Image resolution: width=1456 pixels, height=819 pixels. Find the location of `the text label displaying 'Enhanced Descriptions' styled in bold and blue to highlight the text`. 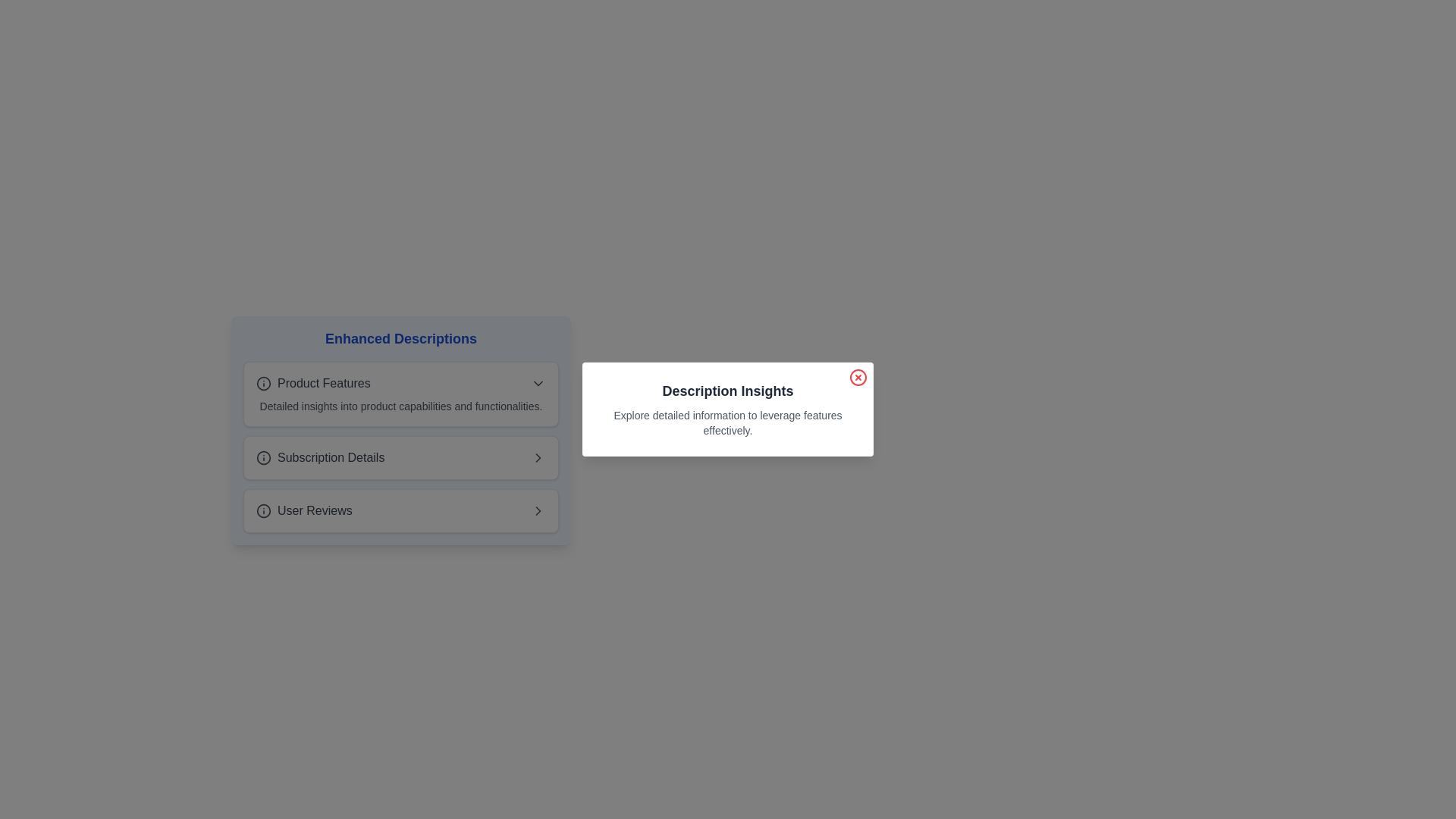

the text label displaying 'Enhanced Descriptions' styled in bold and blue to highlight the text is located at coordinates (400, 338).